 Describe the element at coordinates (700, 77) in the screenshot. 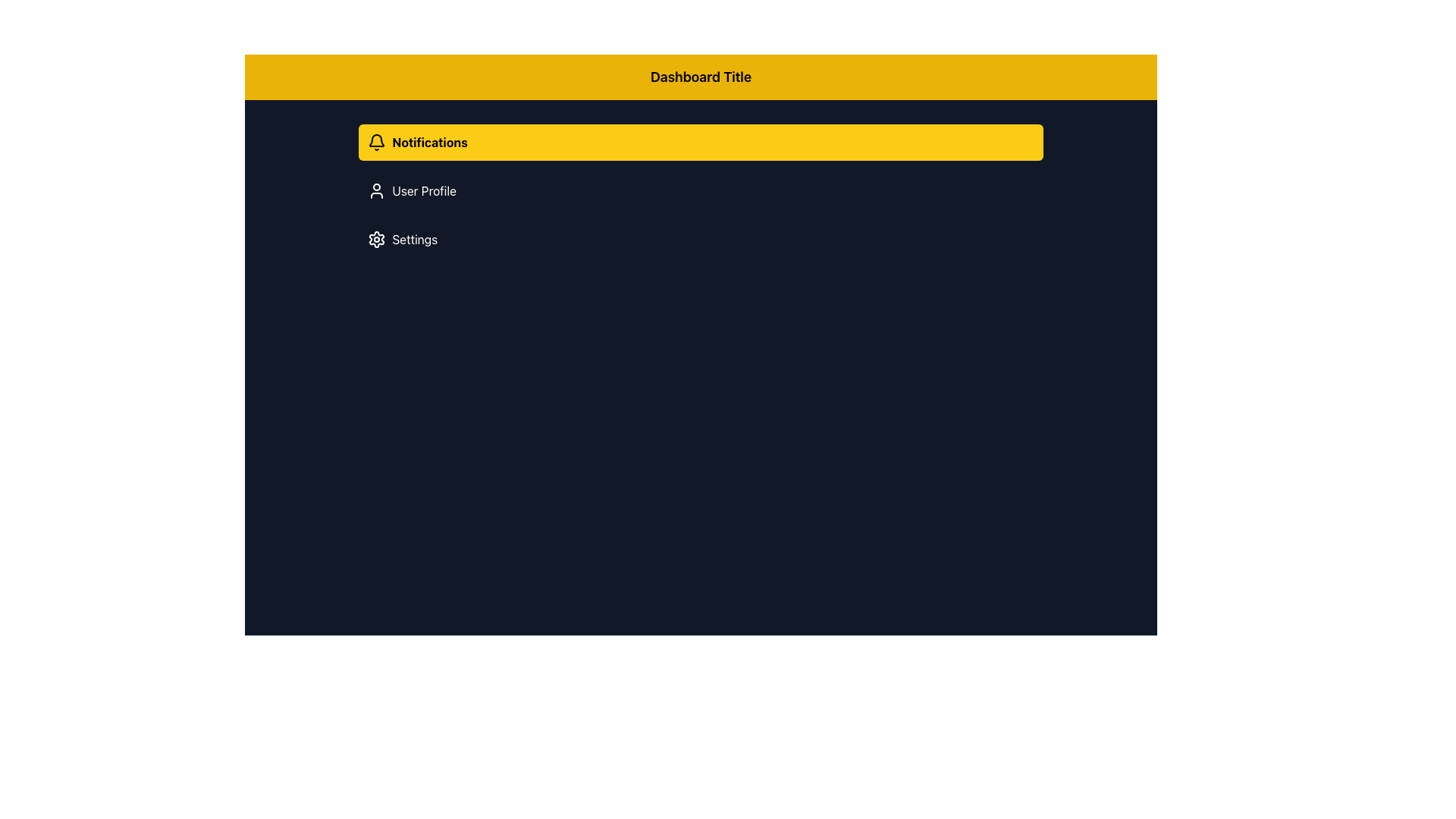

I see `the text label displaying 'Dashboard Title' which is styled with a large, bold font and located in the yellow banner at the top of the interface` at that location.